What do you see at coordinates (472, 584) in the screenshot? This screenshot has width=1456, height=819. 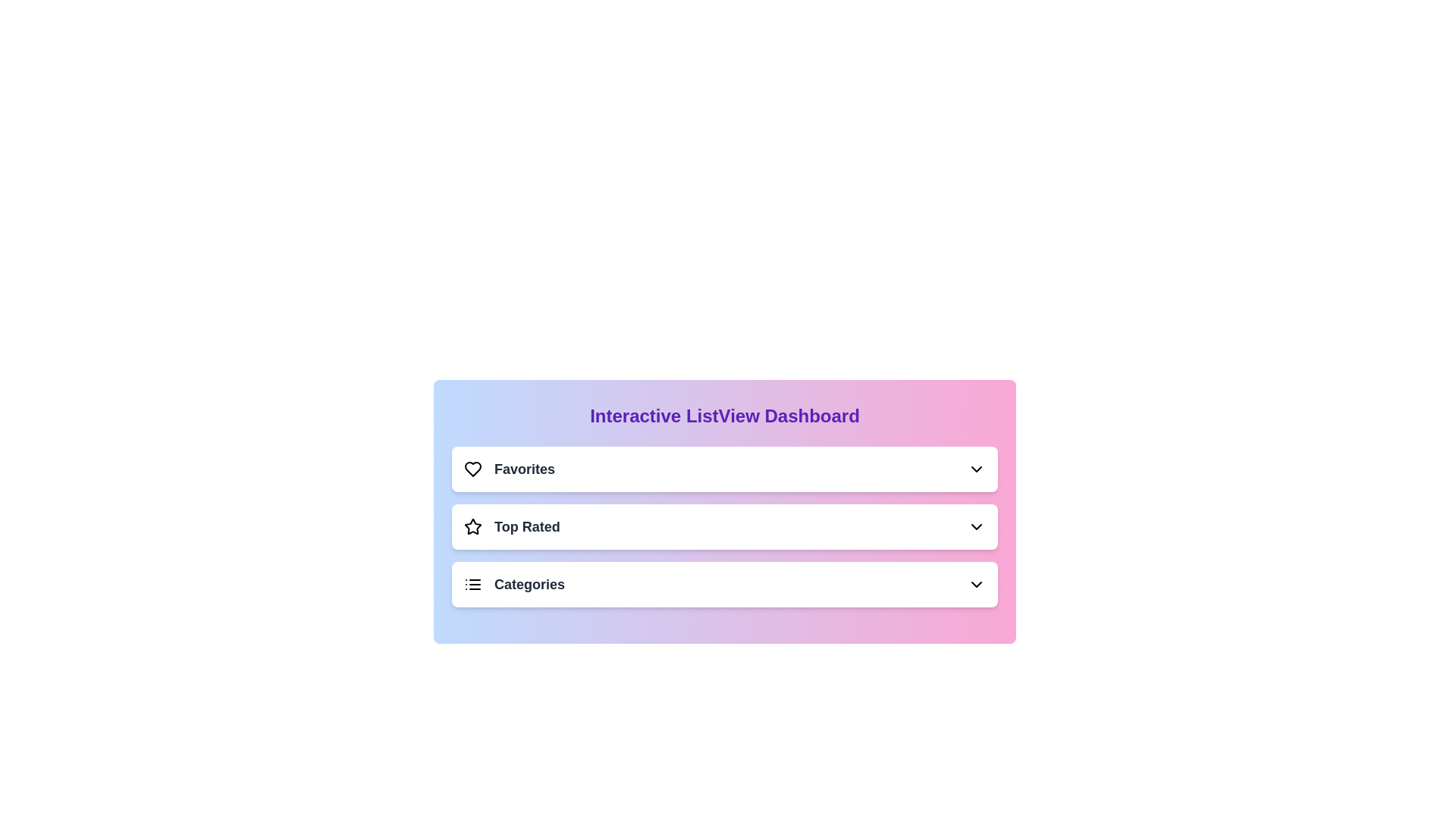 I see `the icon corresponding to Categories in the list` at bounding box center [472, 584].